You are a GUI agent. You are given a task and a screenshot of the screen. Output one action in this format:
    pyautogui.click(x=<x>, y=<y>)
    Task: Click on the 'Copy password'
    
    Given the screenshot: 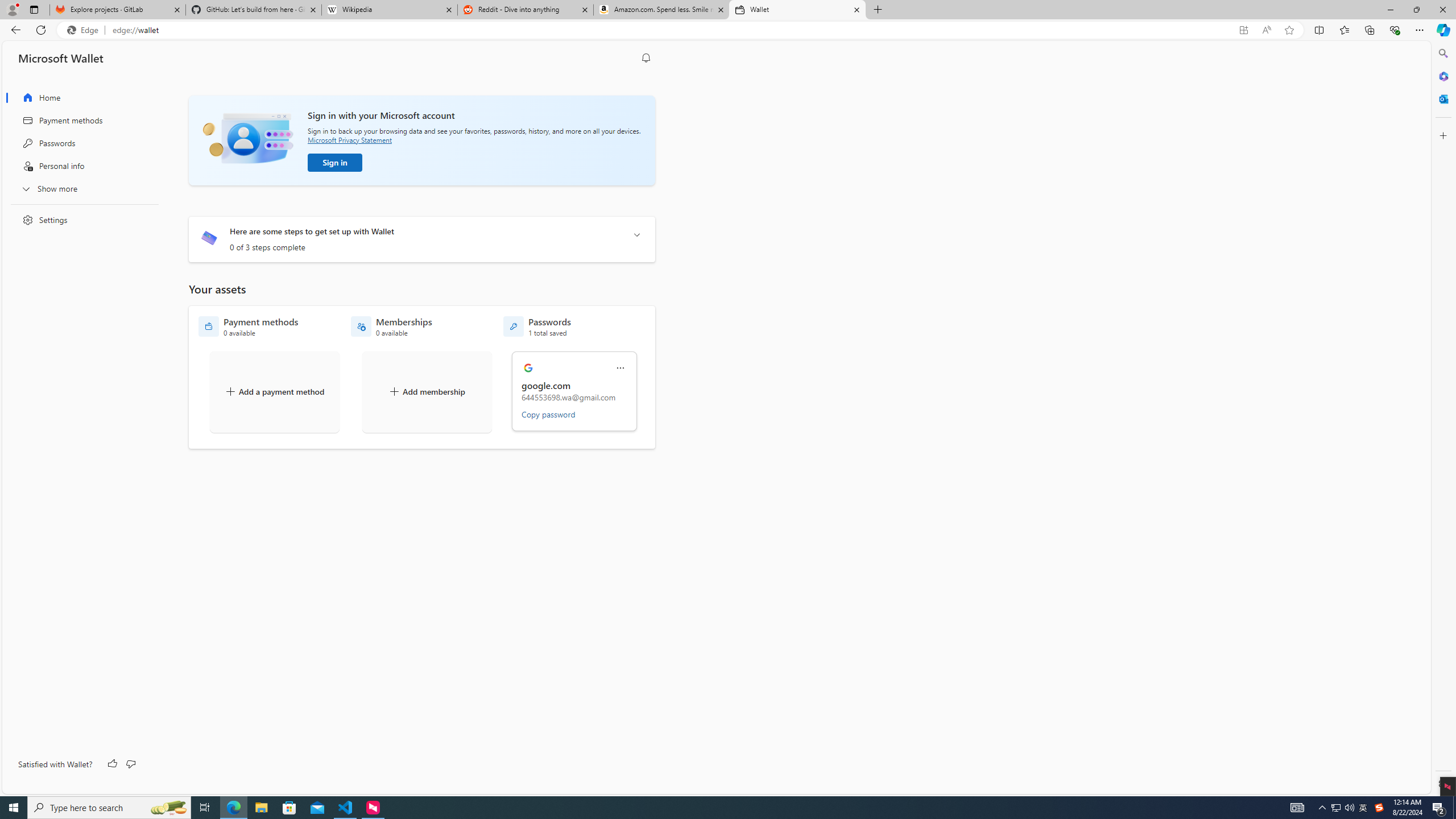 What is the action you would take?
    pyautogui.click(x=547, y=413)
    